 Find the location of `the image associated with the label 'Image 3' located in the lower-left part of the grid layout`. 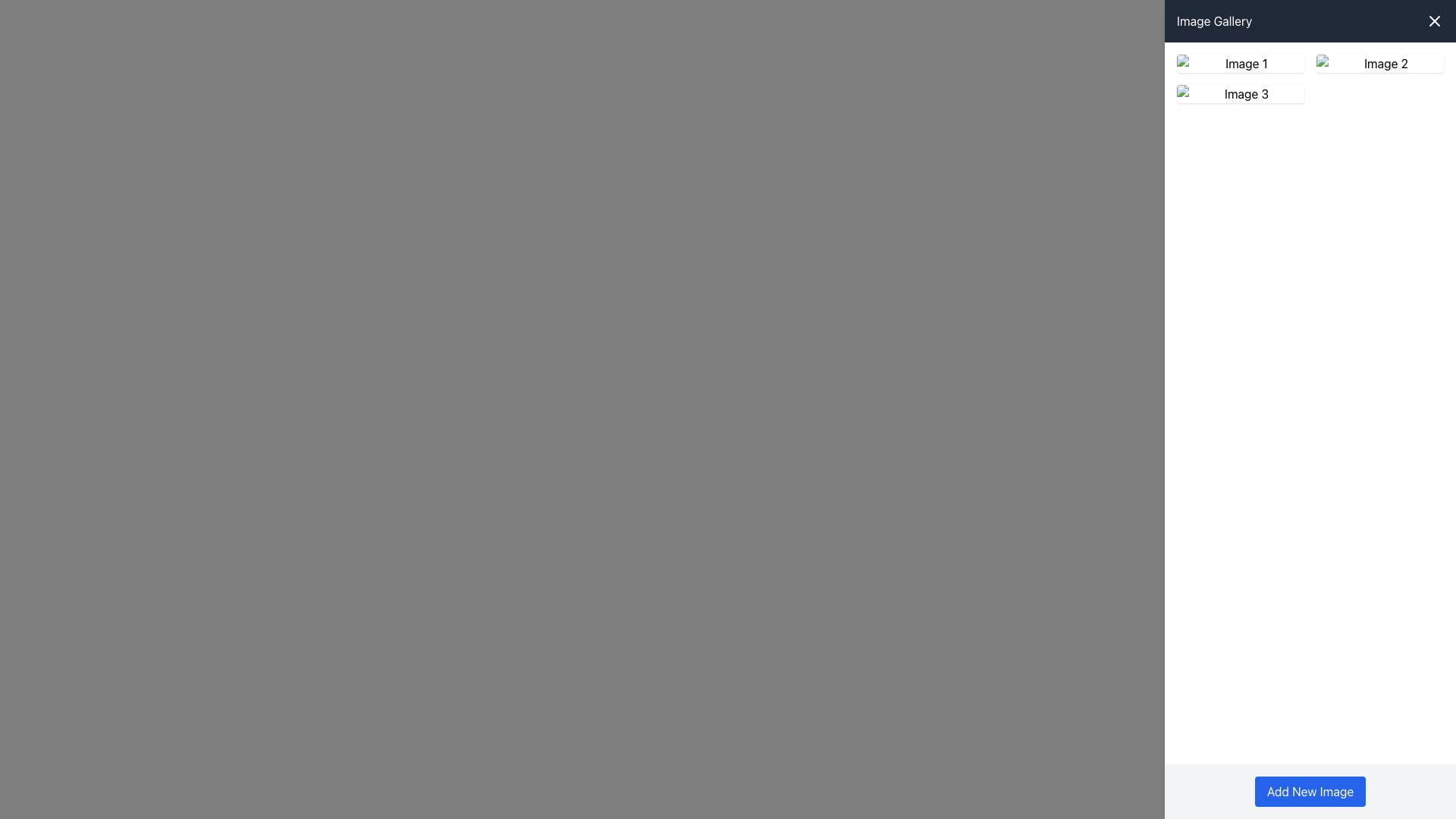

the image associated with the label 'Image 3' located in the lower-left part of the grid layout is located at coordinates (1241, 93).